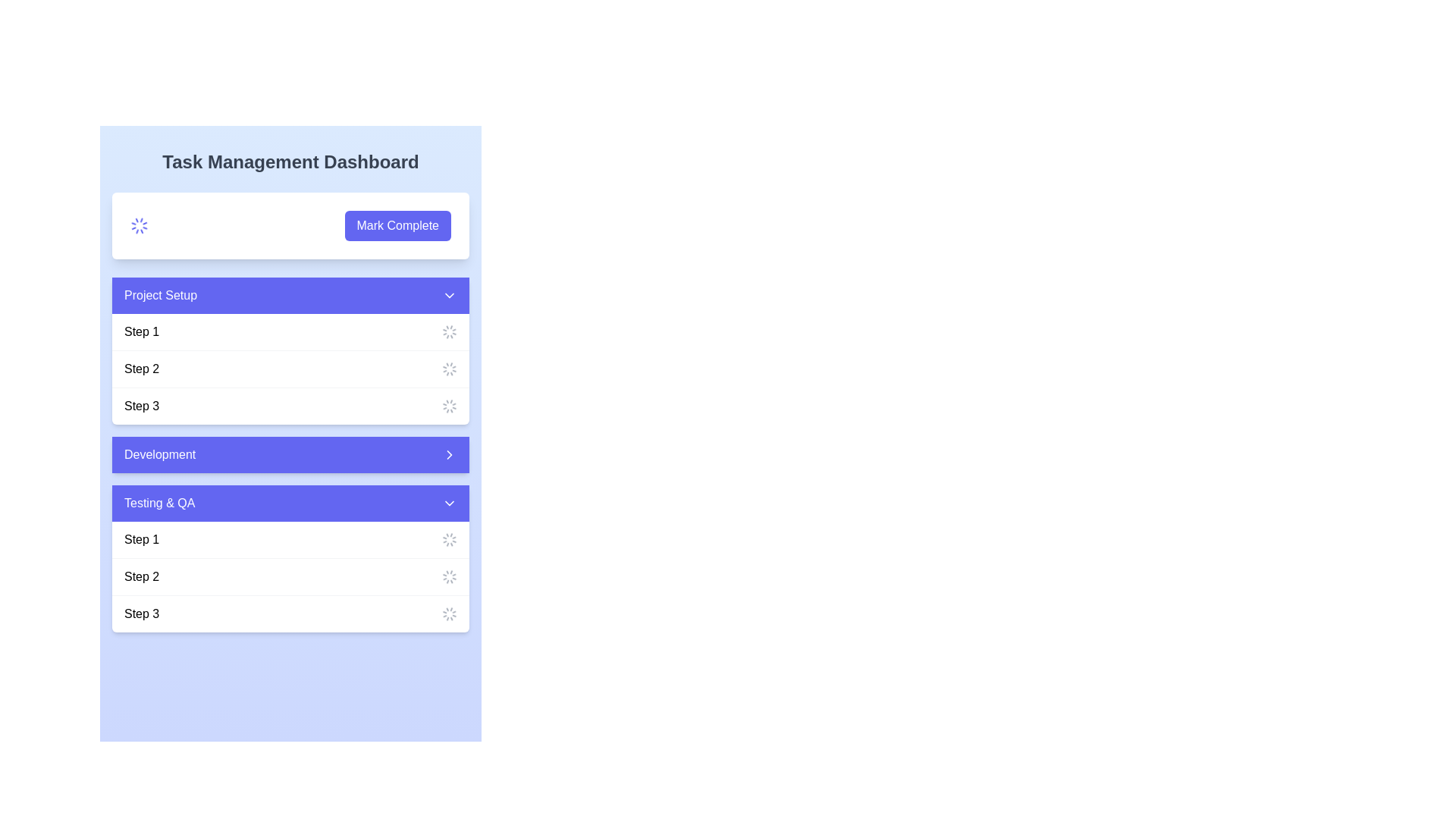 This screenshot has width=1456, height=819. What do you see at coordinates (142, 539) in the screenshot?
I see `the 'Step 1' label in bold black font located in the 'Testing & QA' section, which is the first item in the list` at bounding box center [142, 539].